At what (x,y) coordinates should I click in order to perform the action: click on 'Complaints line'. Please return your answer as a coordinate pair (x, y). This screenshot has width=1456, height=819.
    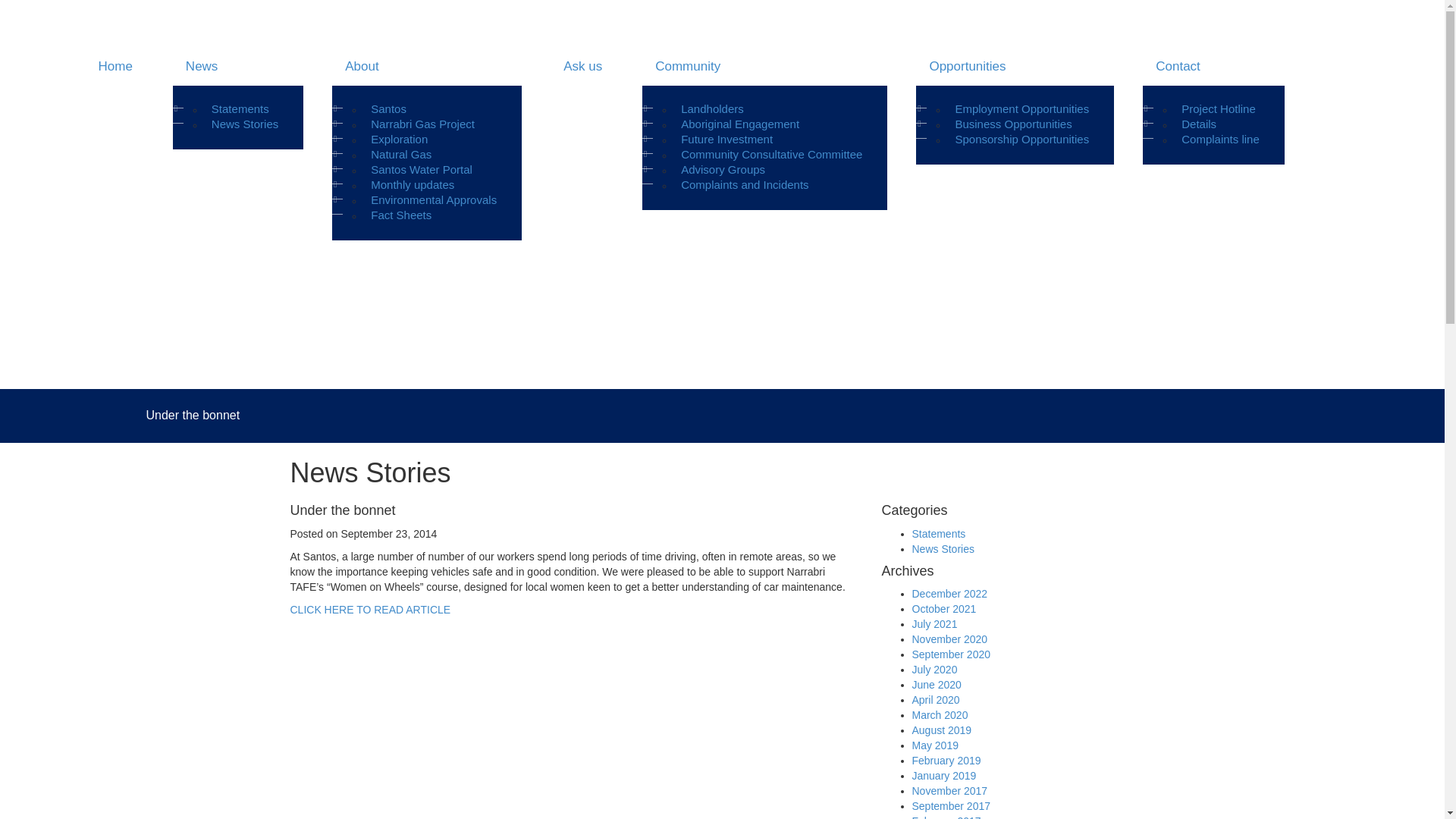
    Looking at the image, I should click on (1220, 140).